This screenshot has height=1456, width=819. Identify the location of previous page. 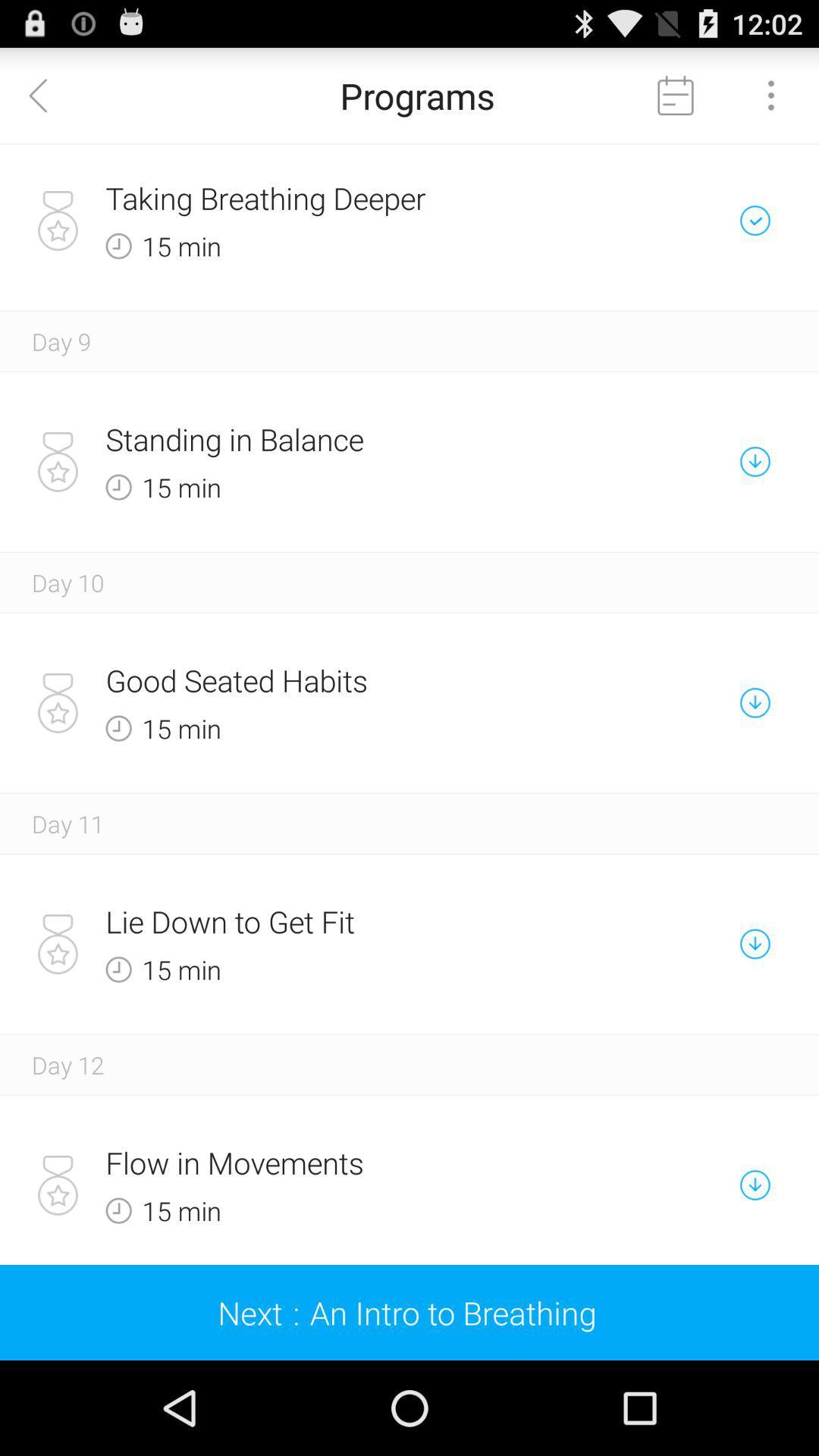
(46, 94).